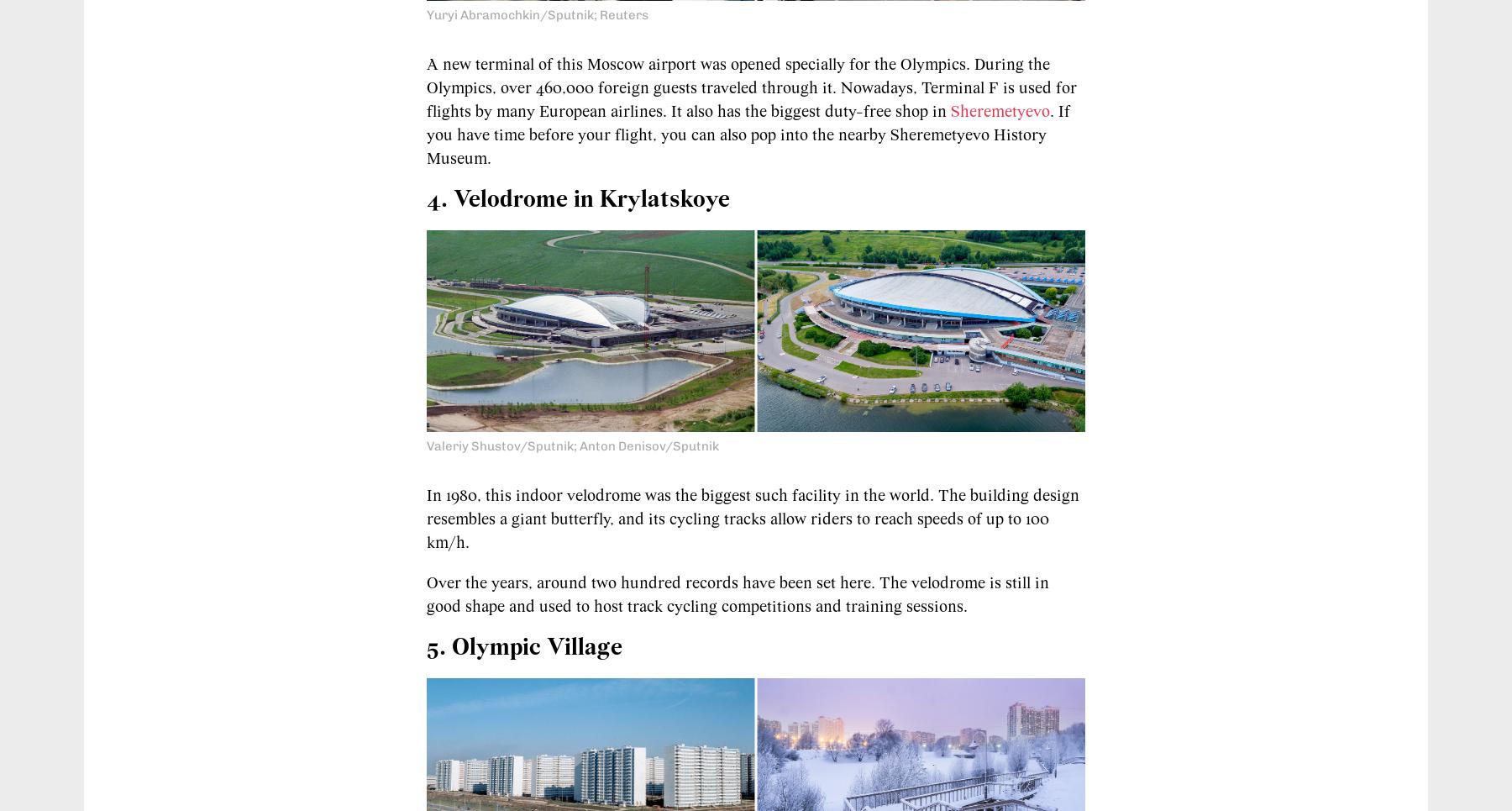 The width and height of the screenshot is (1512, 811). What do you see at coordinates (648, 198) in the screenshot?
I see `'in Krylatskoye'` at bounding box center [648, 198].